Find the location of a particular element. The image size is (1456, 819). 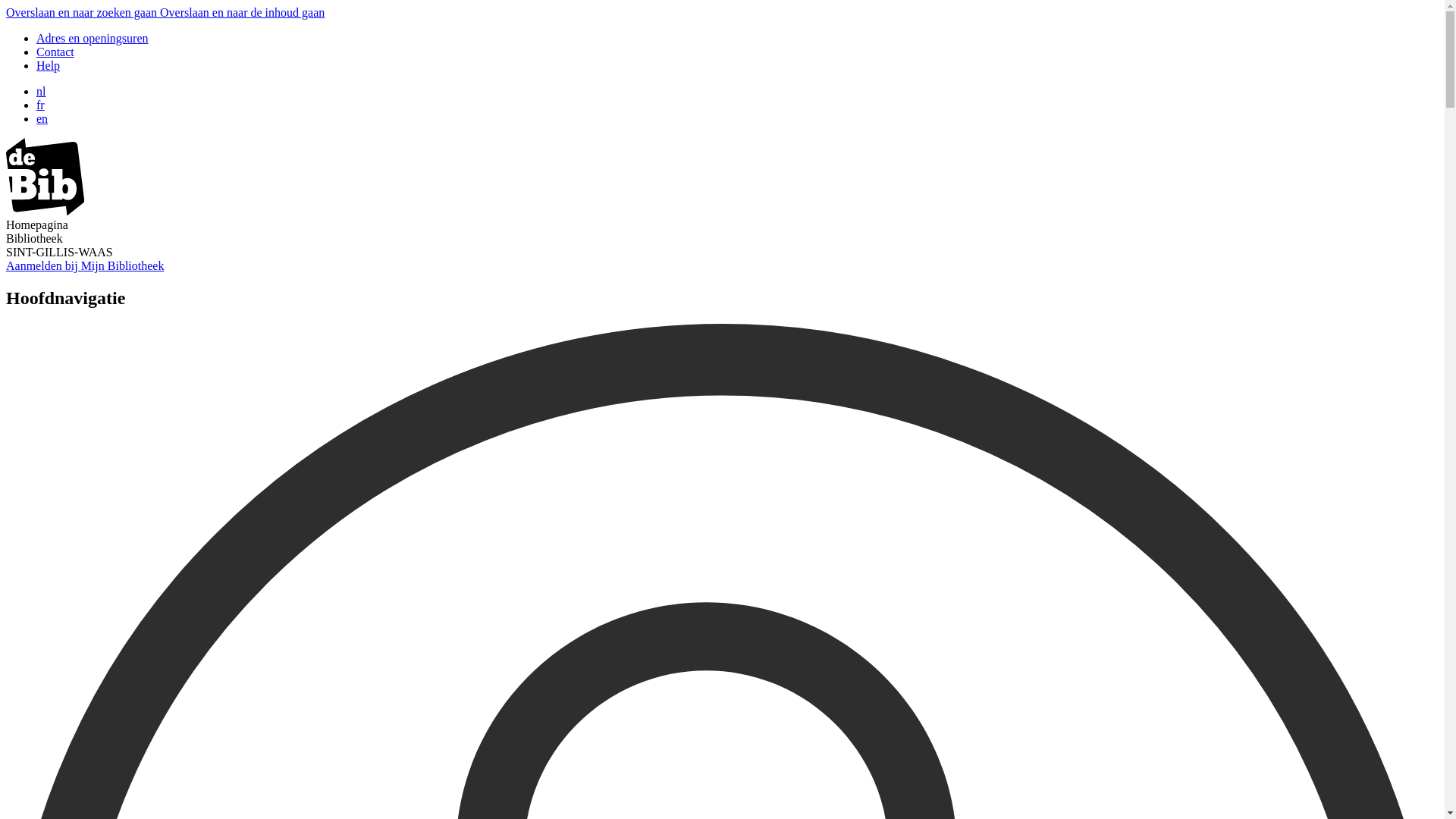

'Adres en openingsuren' is located at coordinates (91, 37).